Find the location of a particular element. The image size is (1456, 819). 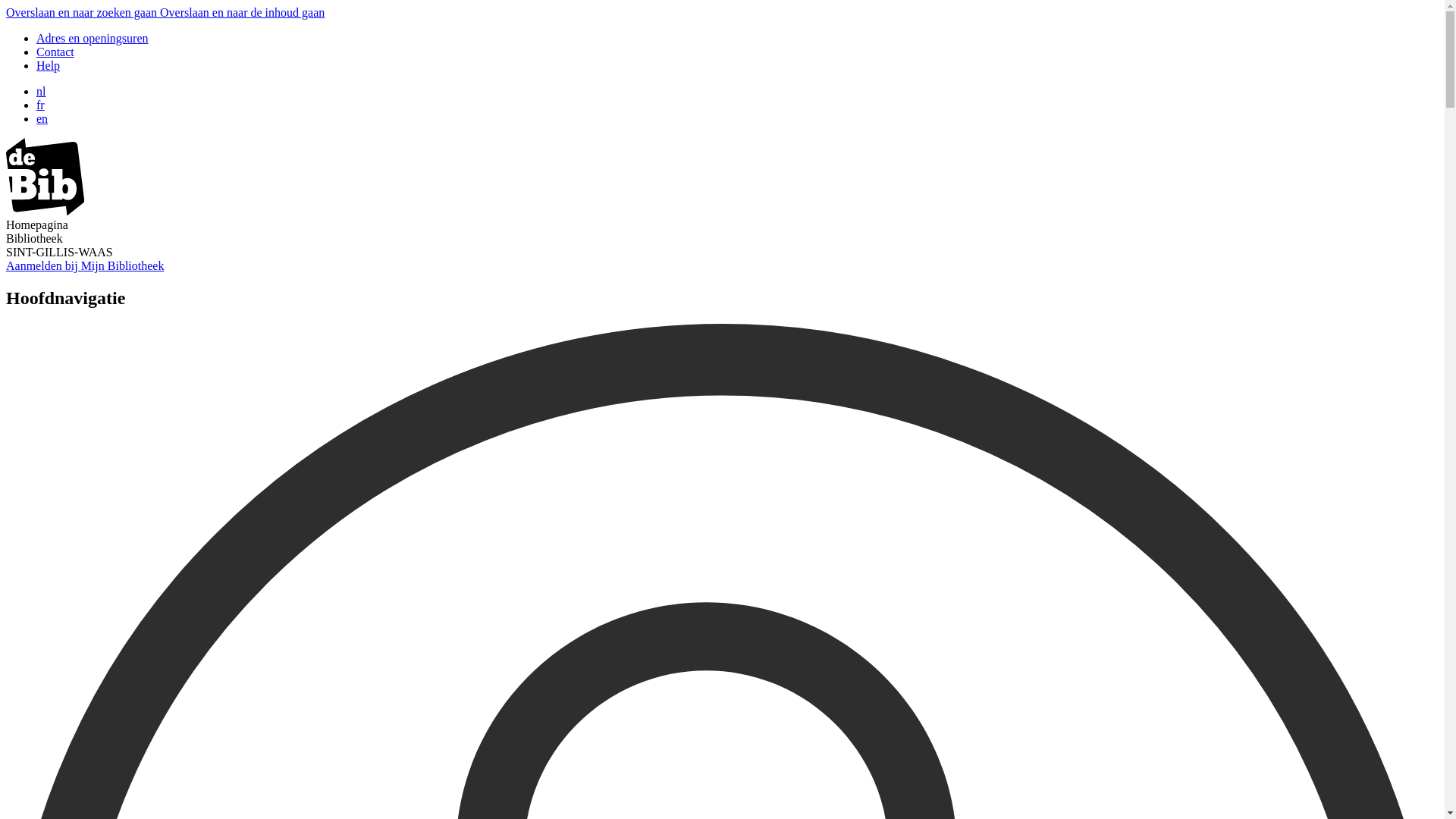

'Adres en openingsuren' is located at coordinates (91, 37).